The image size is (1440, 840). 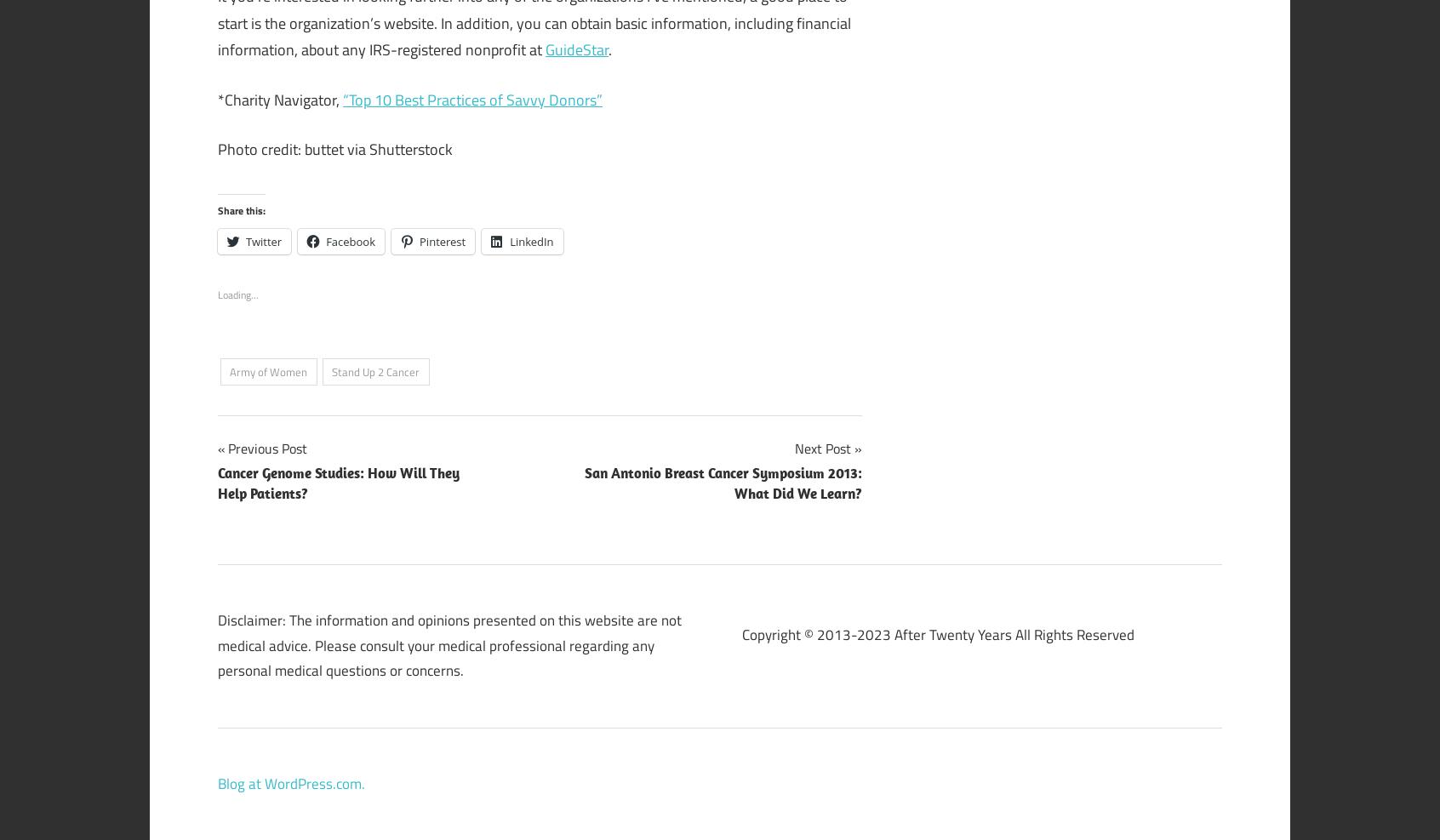 I want to click on 'Disclaimer: The information and opinions presented on this website are not medical advice. Please consult your medical professional regarding any personal medical questions or concerns.', so click(x=449, y=644).